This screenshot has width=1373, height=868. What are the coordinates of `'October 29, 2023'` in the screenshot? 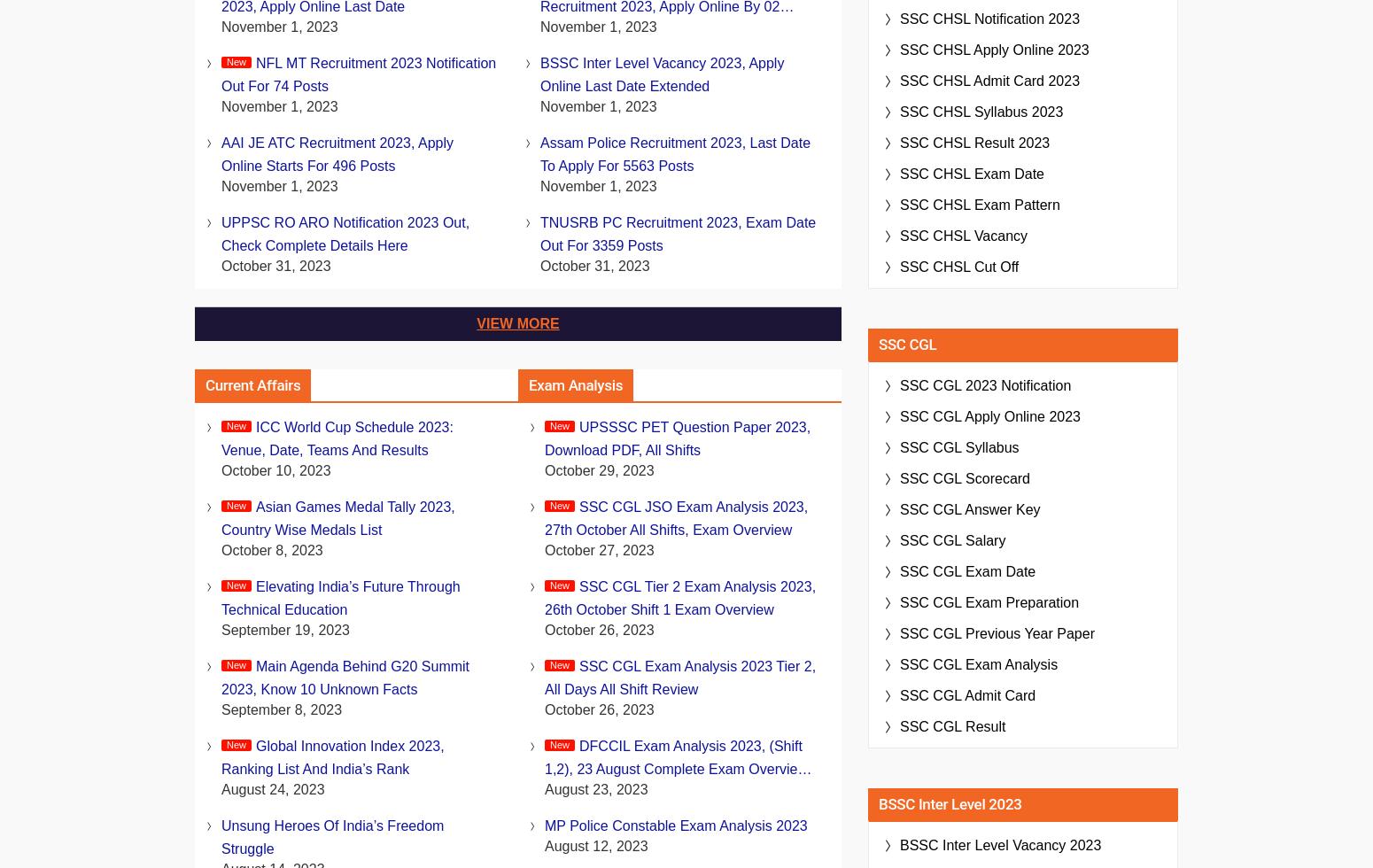 It's located at (598, 470).